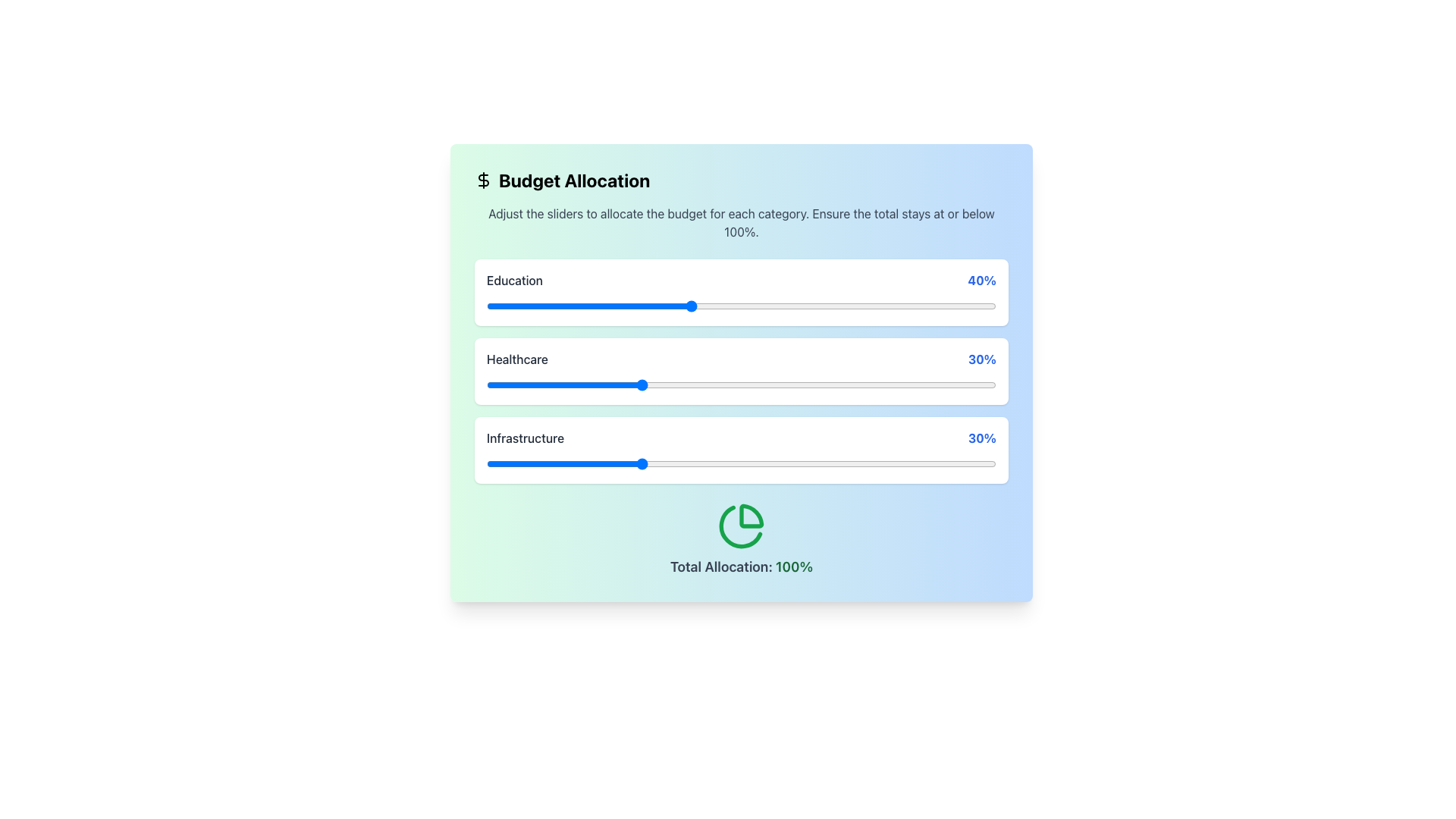 This screenshot has width=1456, height=819. Describe the element at coordinates (982, 359) in the screenshot. I see `the bold text label displaying '30%' in blue color, located in the second row to the far right of the 'Healthcare' slider` at that location.